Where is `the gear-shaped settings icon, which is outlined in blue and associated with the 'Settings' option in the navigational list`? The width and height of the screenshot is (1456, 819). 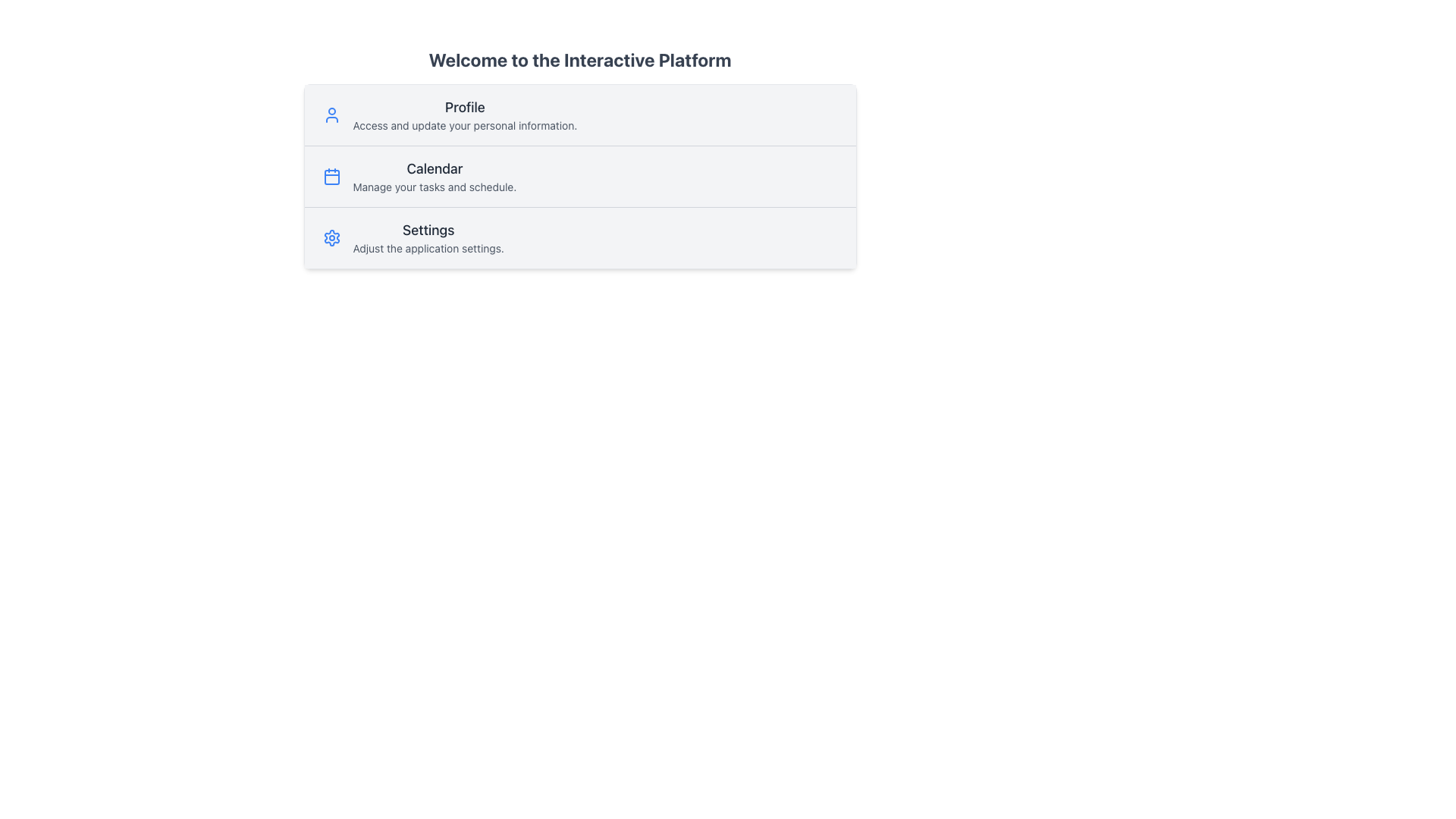
the gear-shaped settings icon, which is outlined in blue and associated with the 'Settings' option in the navigational list is located at coordinates (331, 237).